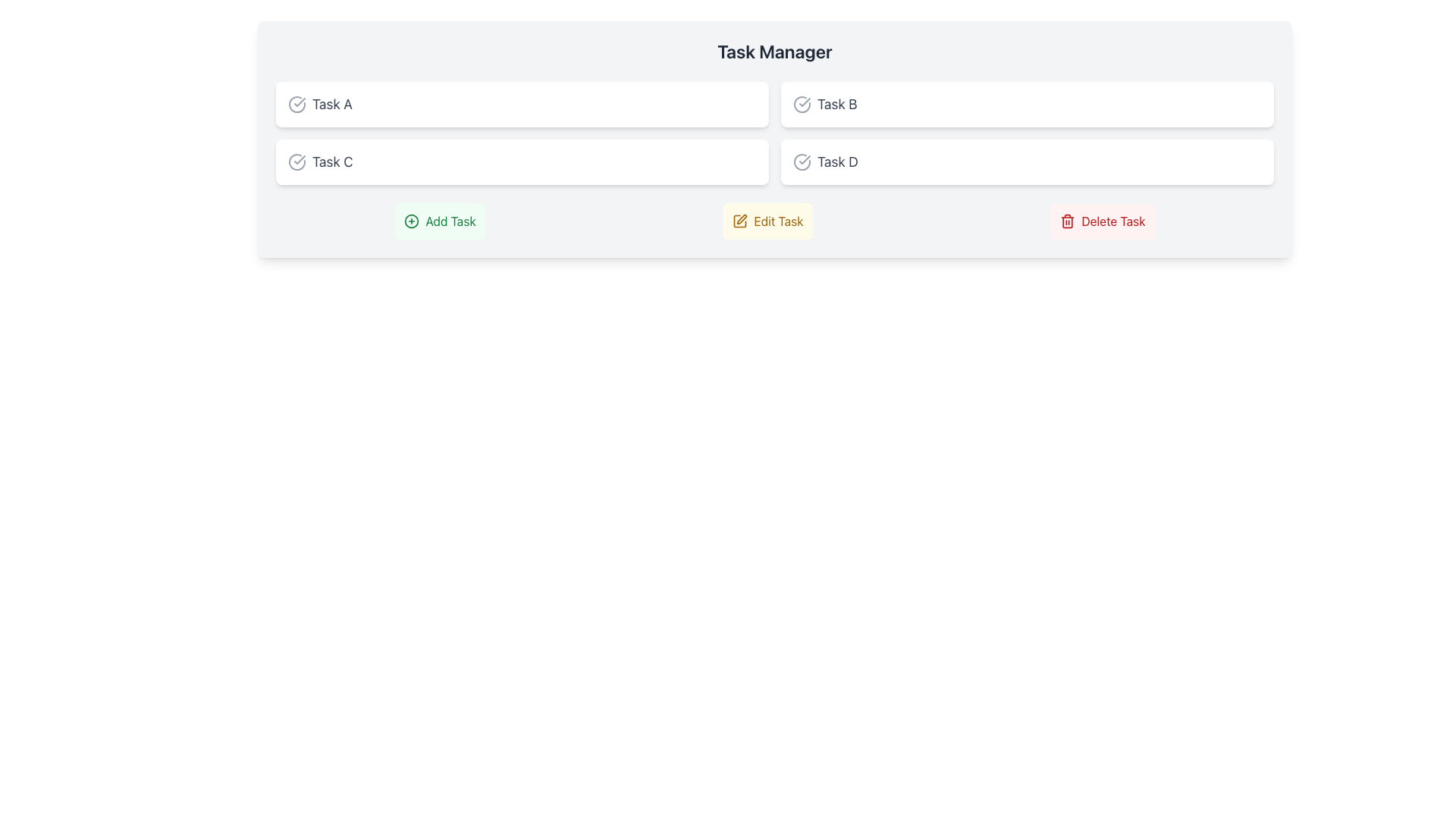 This screenshot has width=1456, height=819. What do you see at coordinates (1067, 221) in the screenshot?
I see `the small red trash icon located at the far-right end of the bottom row of buttons` at bounding box center [1067, 221].